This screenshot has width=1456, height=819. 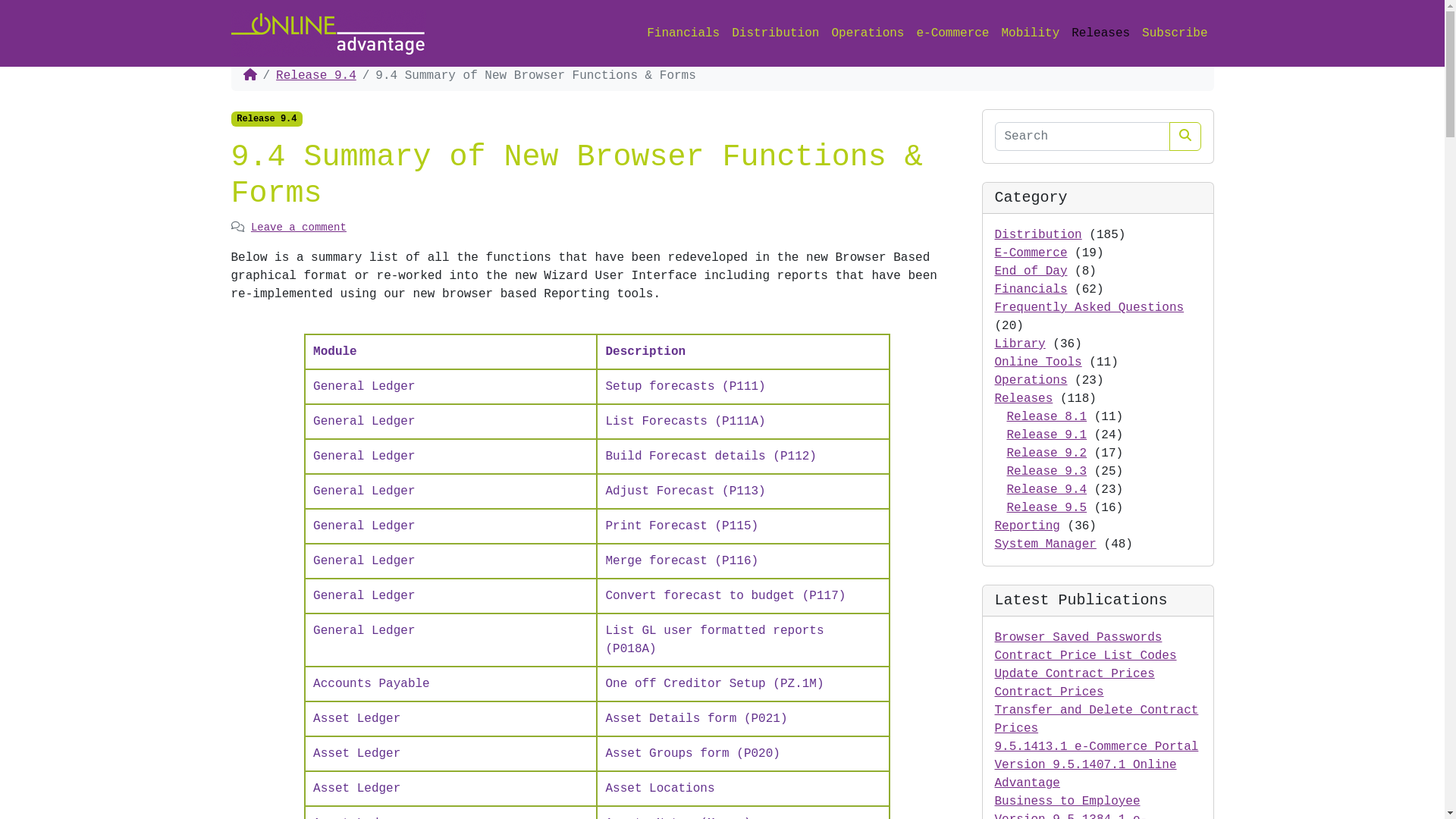 I want to click on 'Contract Price List Codes', so click(x=1084, y=654).